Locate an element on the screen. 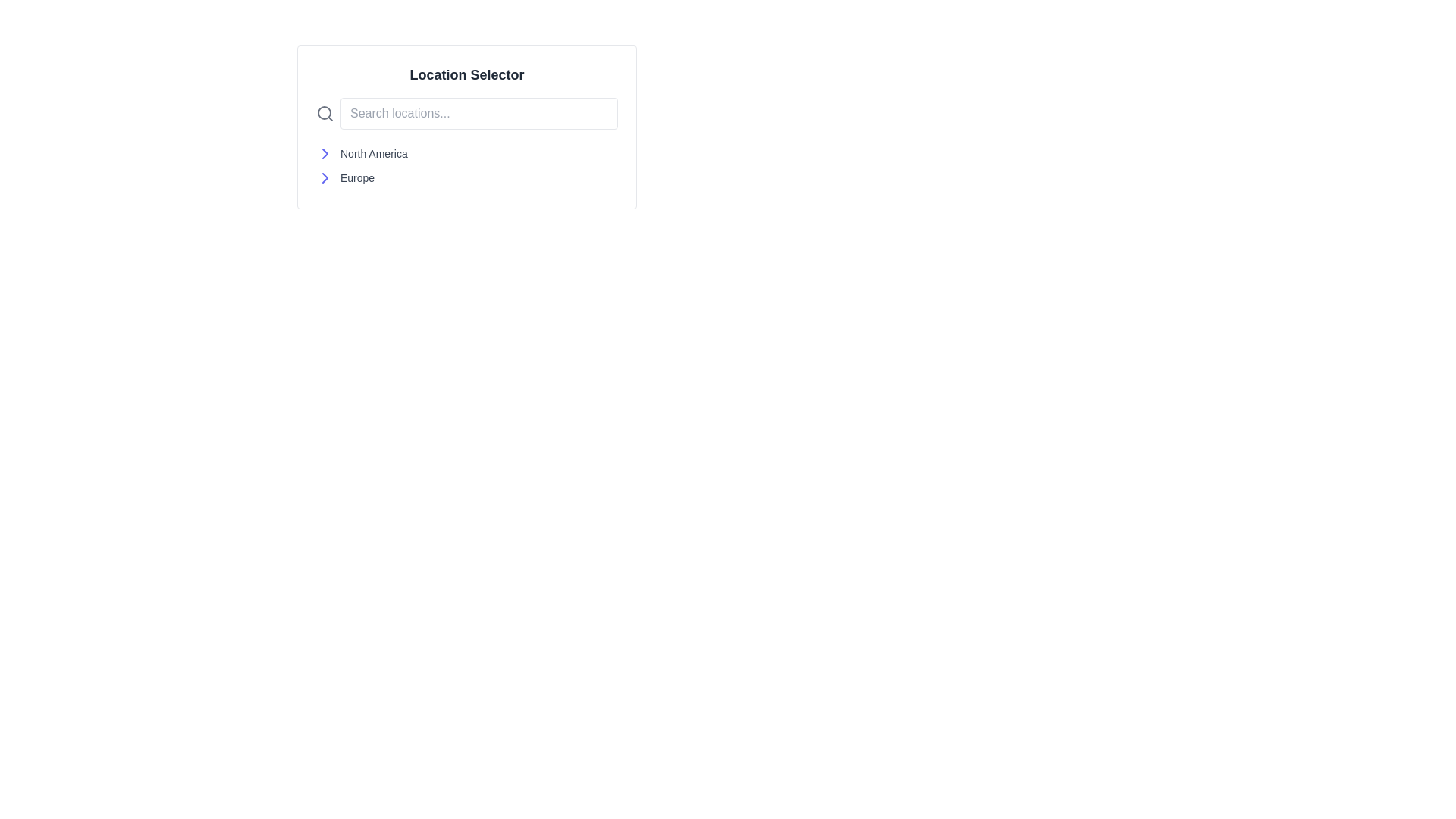 Image resolution: width=1456 pixels, height=819 pixels. the vertically stacked list of location options 'North America' and 'Europe' located below the 'Location Selector' search bar is located at coordinates (466, 166).